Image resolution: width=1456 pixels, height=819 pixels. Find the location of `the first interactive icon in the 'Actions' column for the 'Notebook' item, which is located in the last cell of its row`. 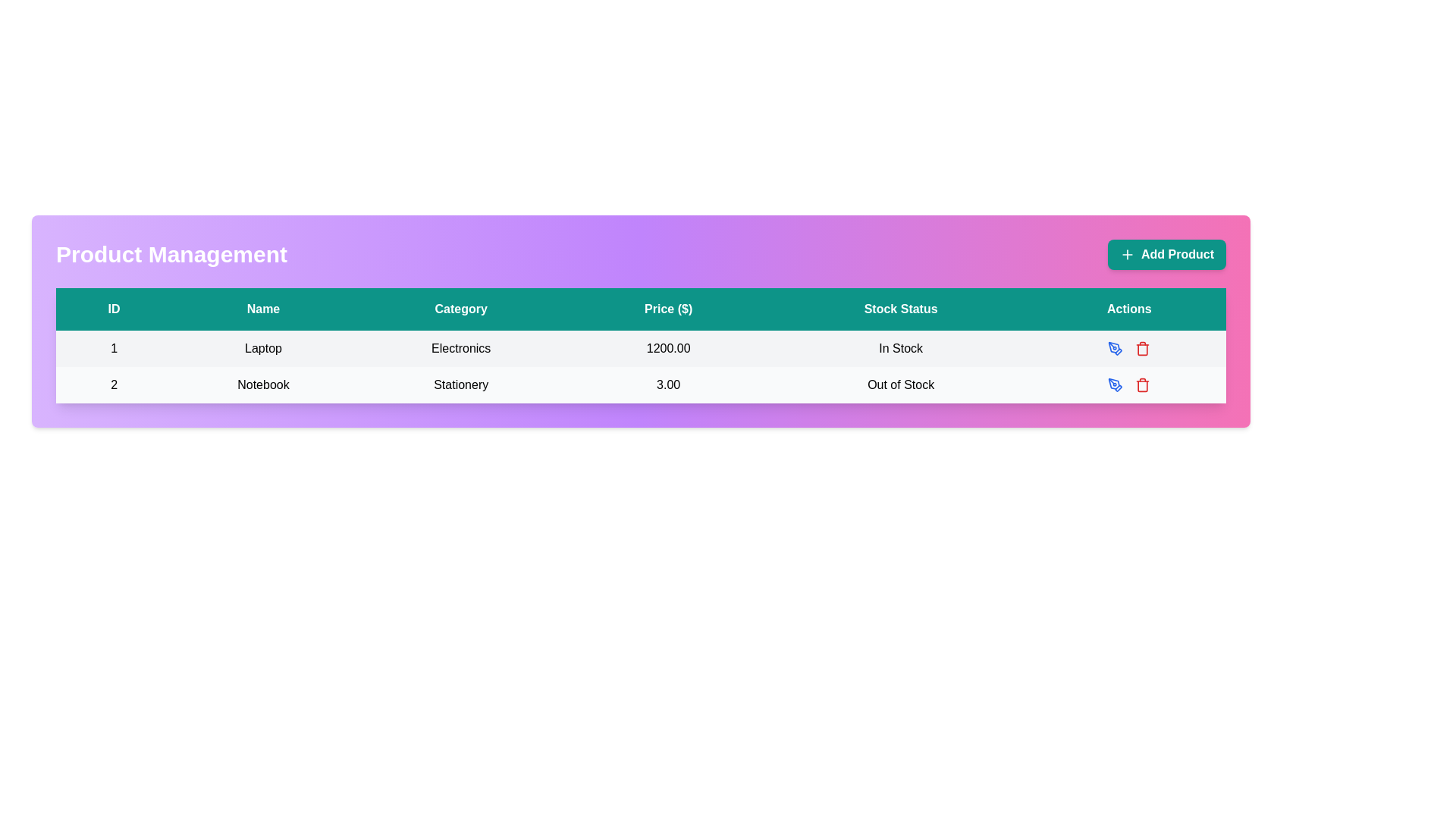

the first interactive icon in the 'Actions' column for the 'Notebook' item, which is located in the last cell of its row is located at coordinates (1129, 384).